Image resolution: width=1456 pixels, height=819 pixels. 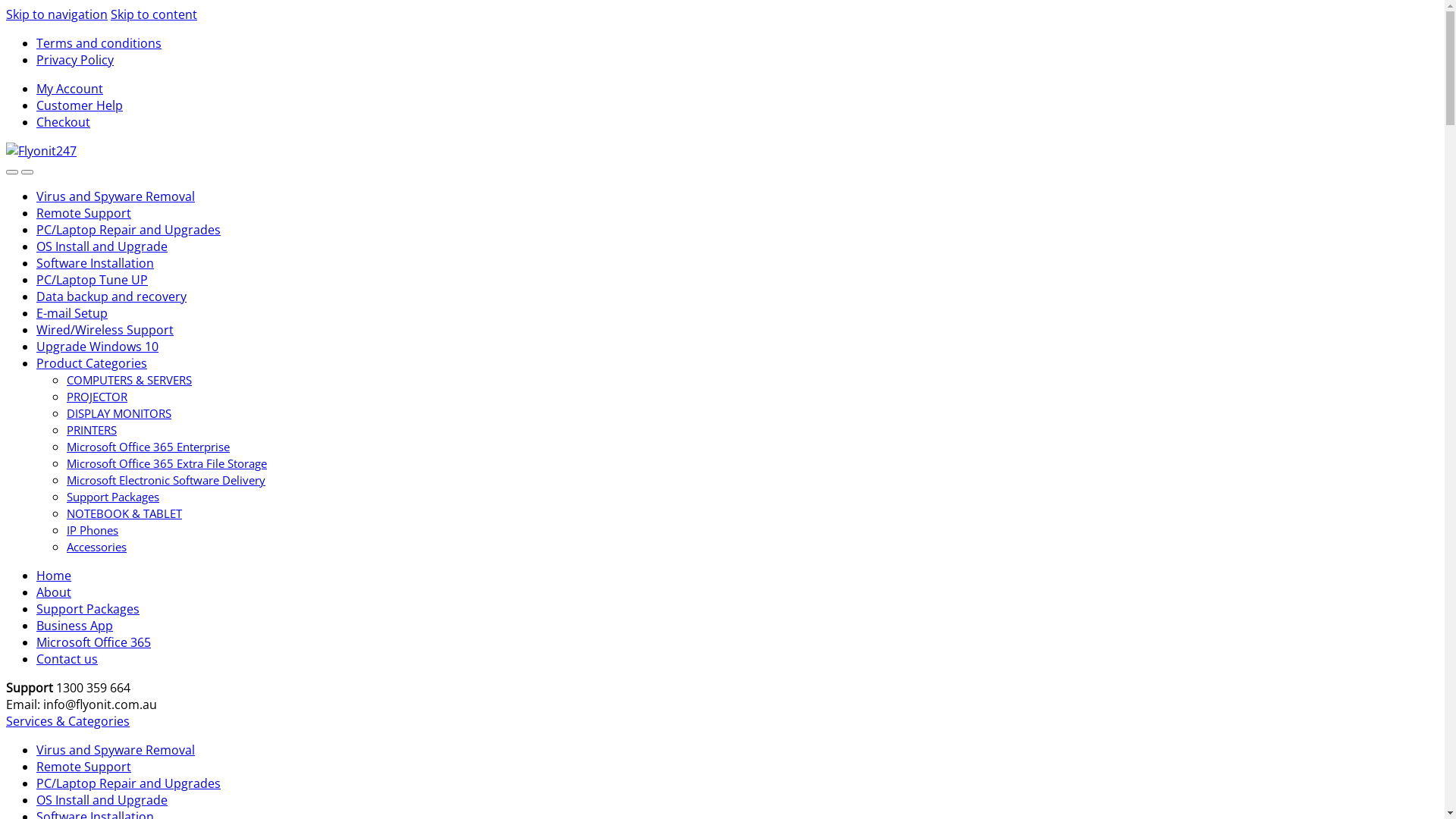 I want to click on 'Services & Categories', so click(x=67, y=720).